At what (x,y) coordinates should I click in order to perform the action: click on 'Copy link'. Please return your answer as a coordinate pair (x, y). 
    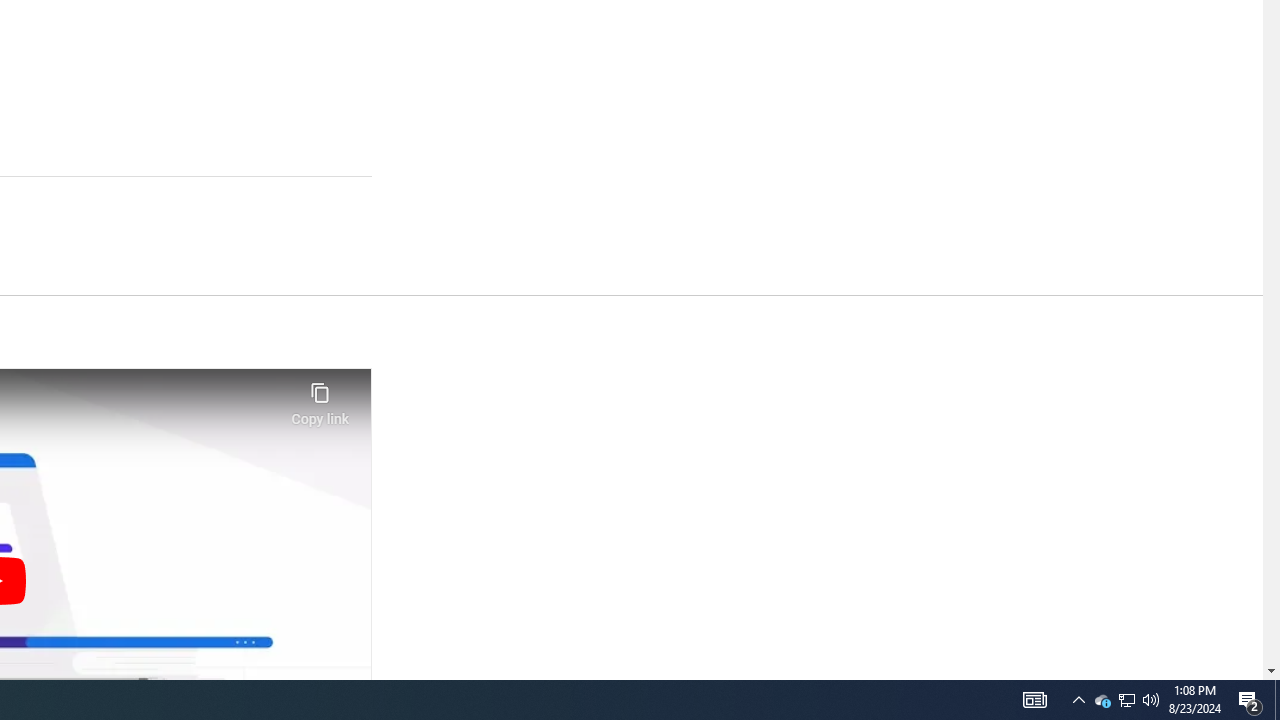
    Looking at the image, I should click on (320, 398).